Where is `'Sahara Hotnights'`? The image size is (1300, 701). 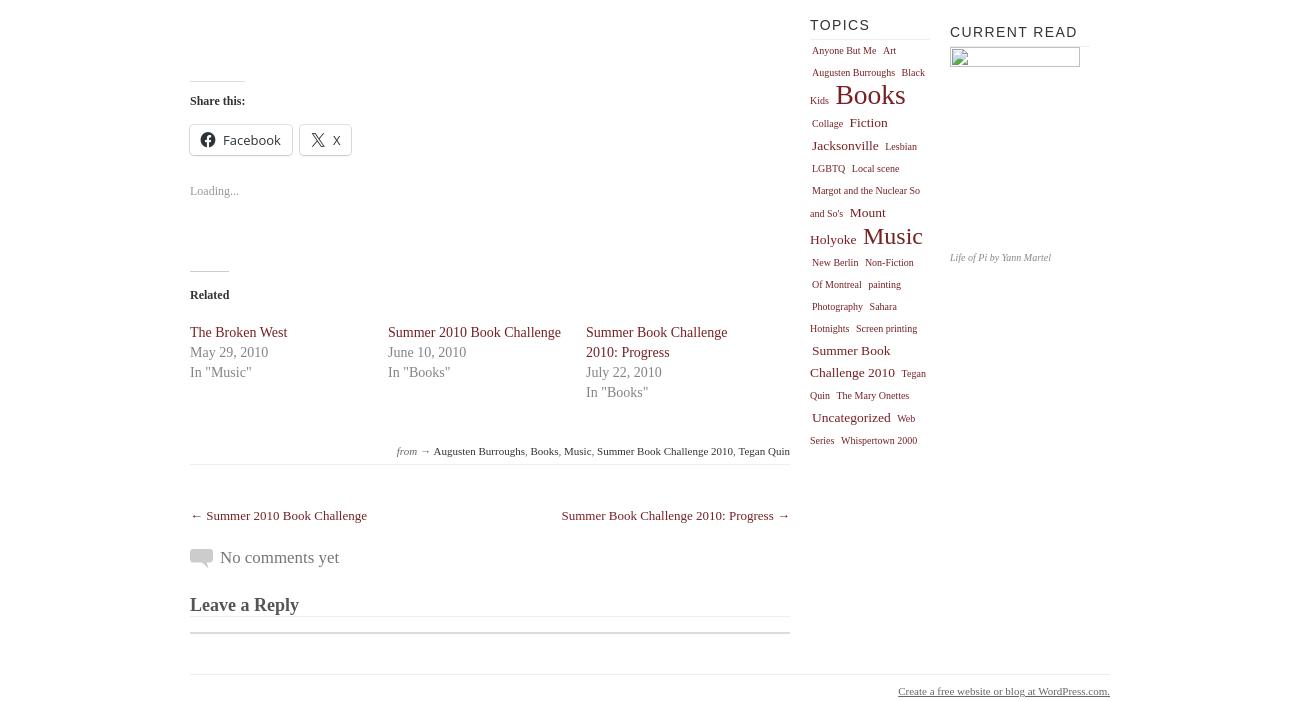
'Sahara Hotnights' is located at coordinates (809, 316).